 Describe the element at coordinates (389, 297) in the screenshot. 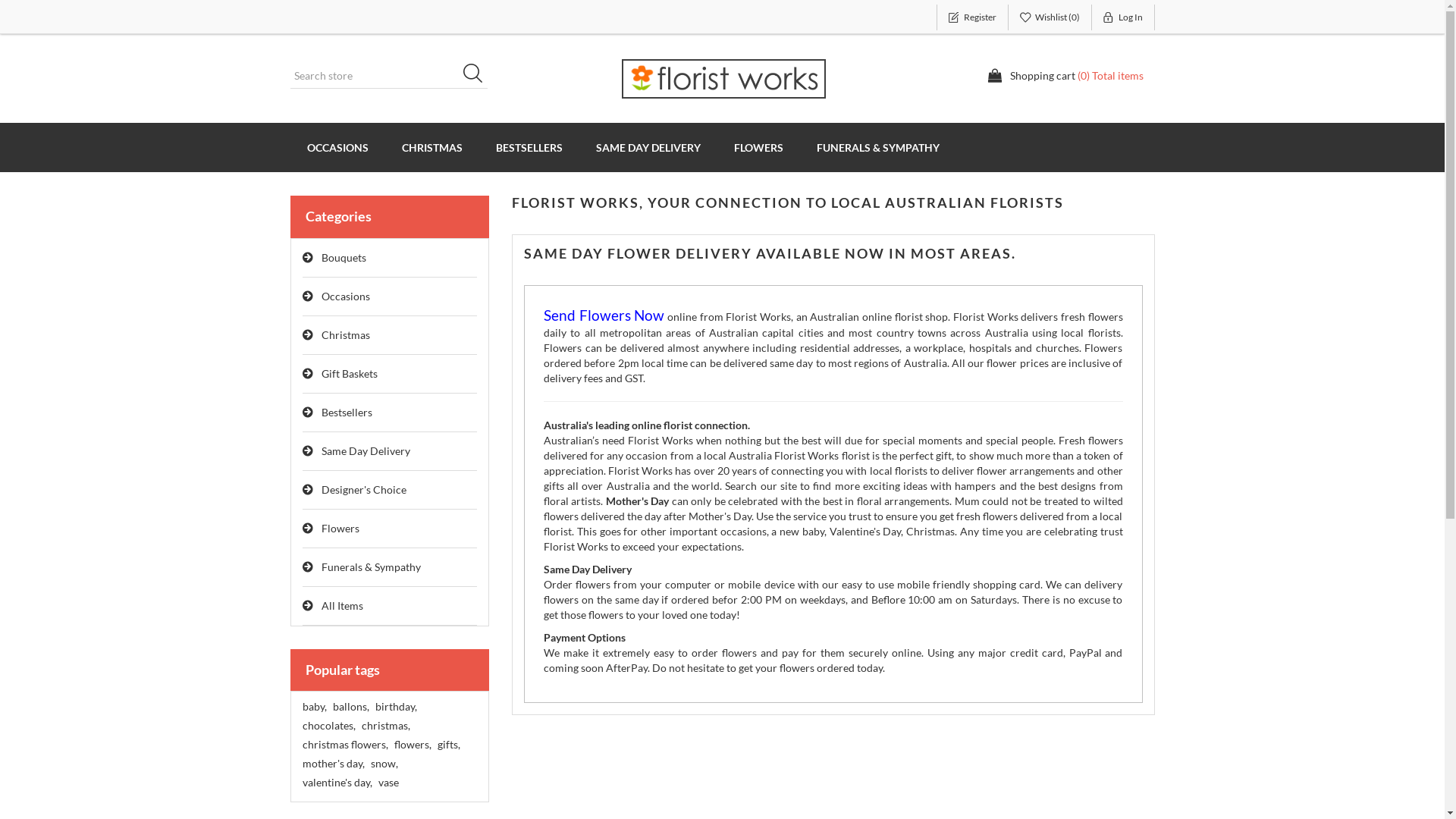

I see `'Occasions'` at that location.